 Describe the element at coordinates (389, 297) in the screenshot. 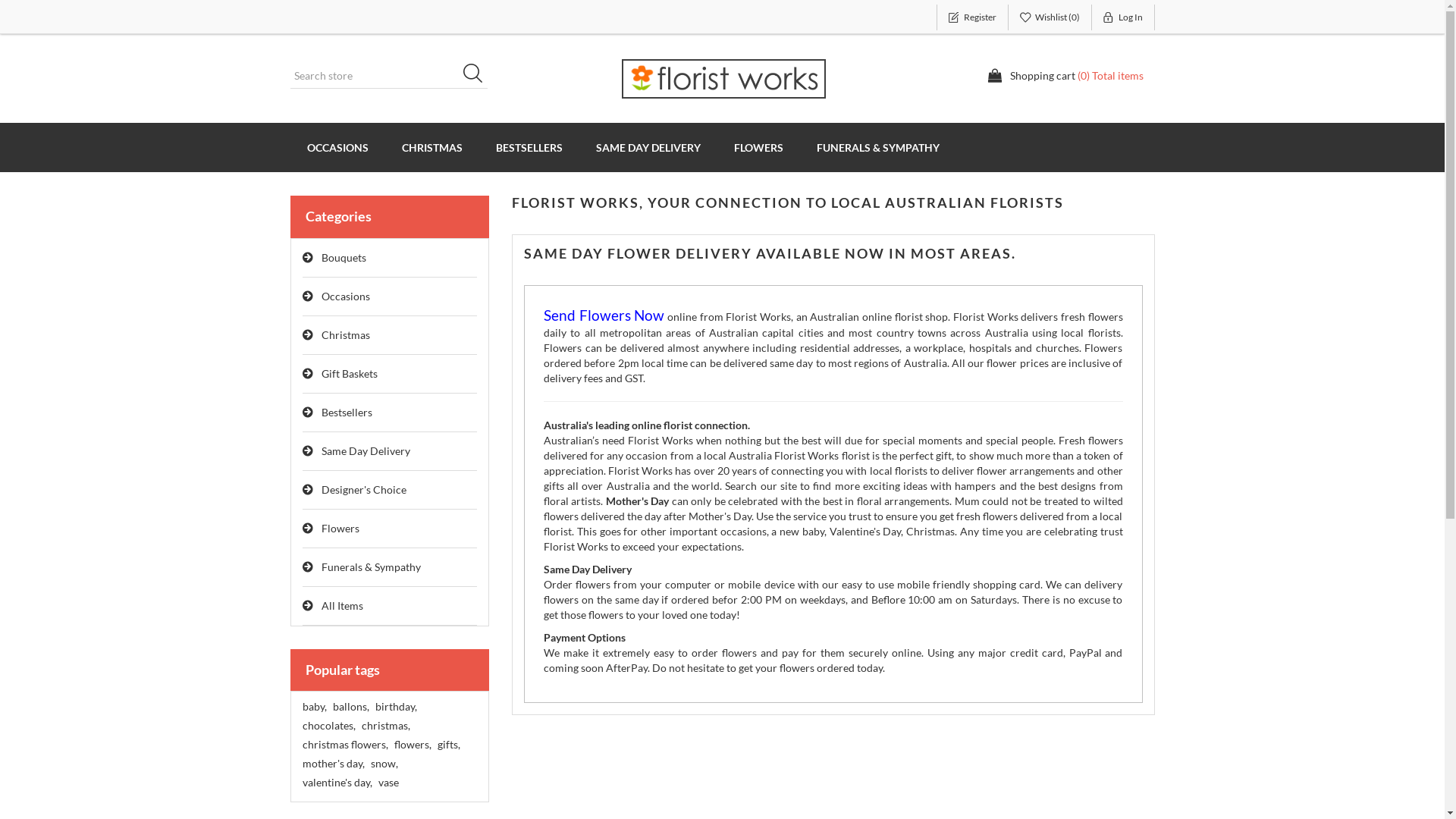

I see `'Occasions'` at that location.